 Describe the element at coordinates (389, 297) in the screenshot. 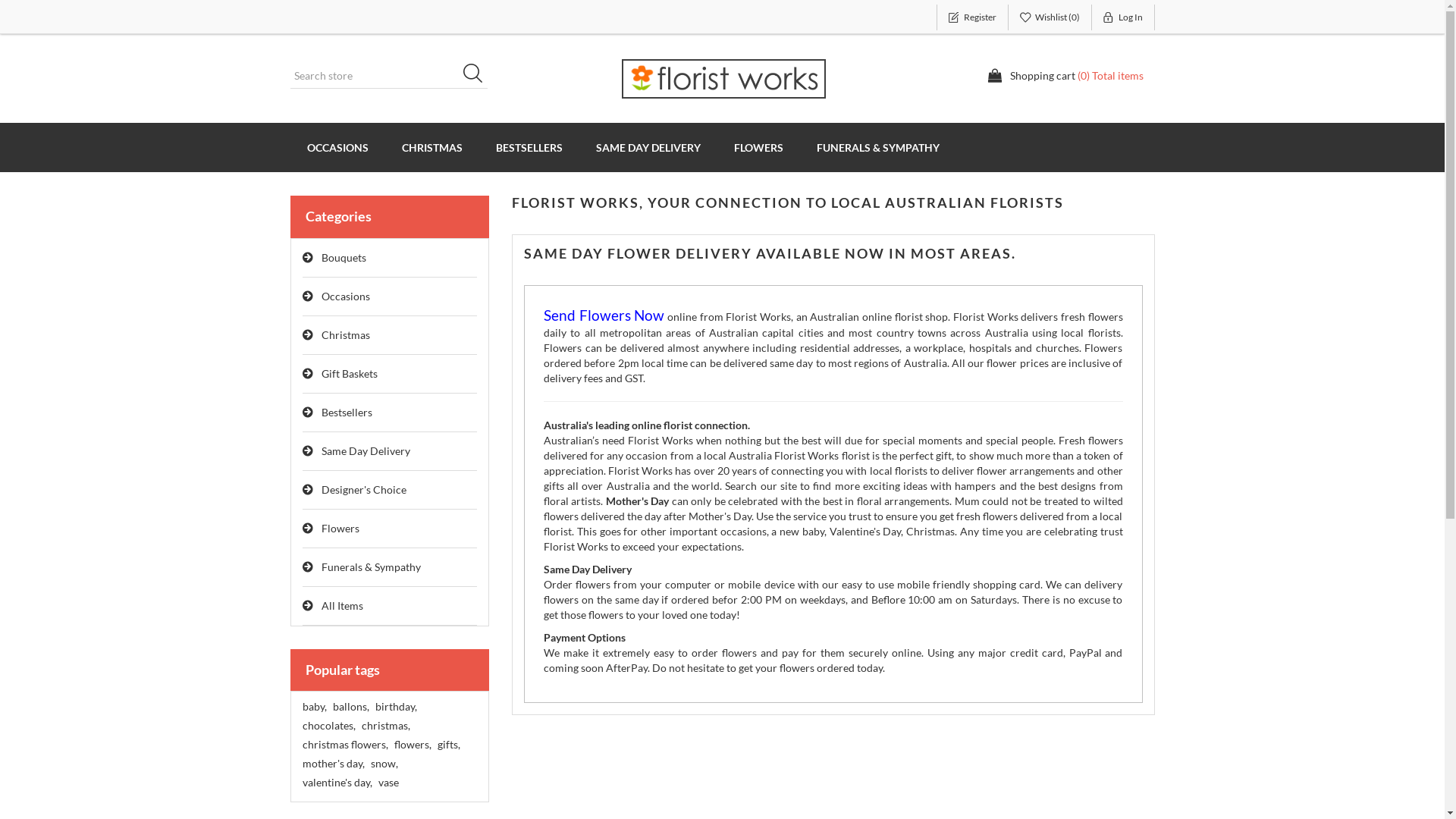

I see `'Occasions'` at that location.